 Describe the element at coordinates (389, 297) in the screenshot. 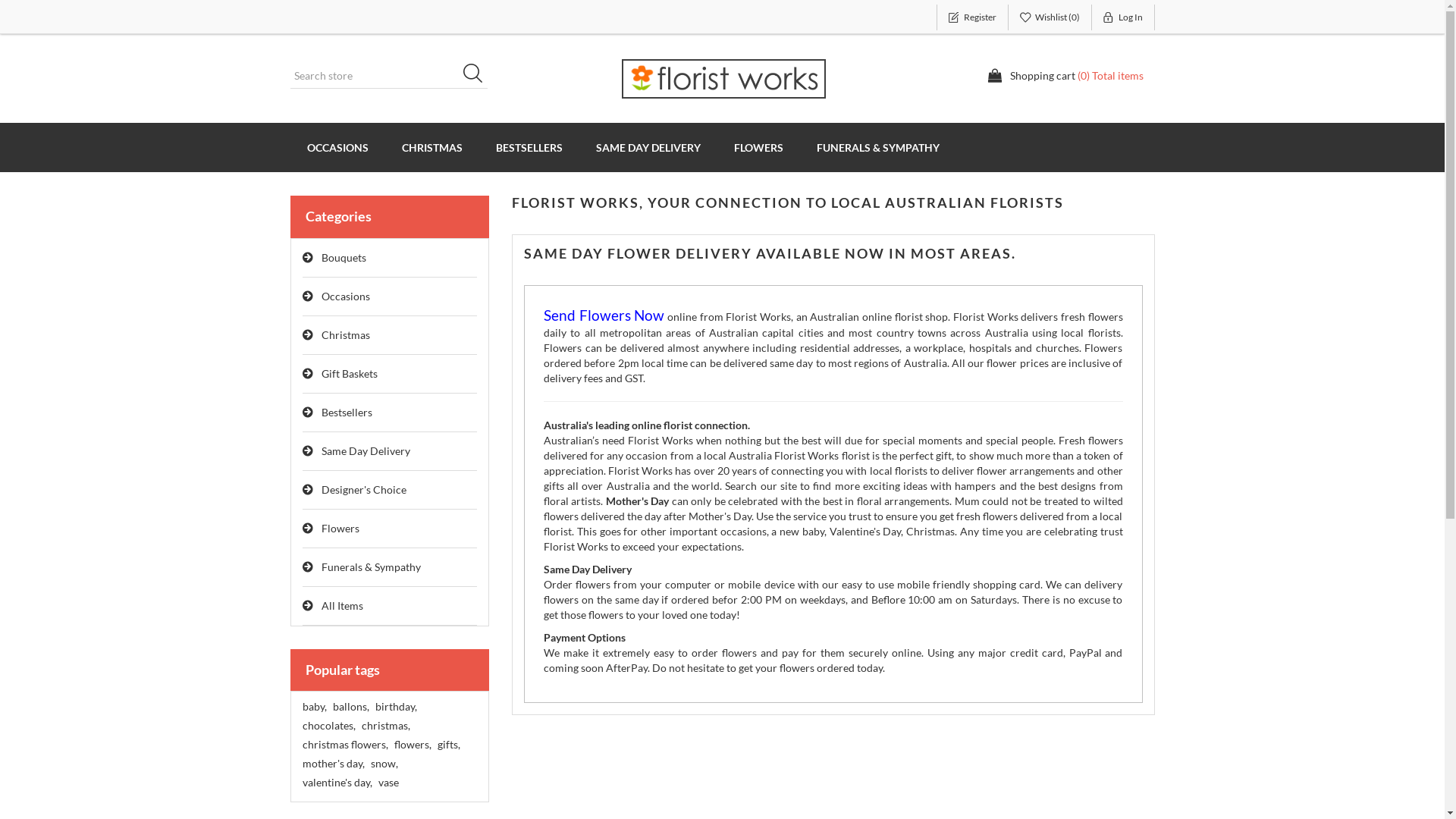

I see `'Occasions'` at that location.